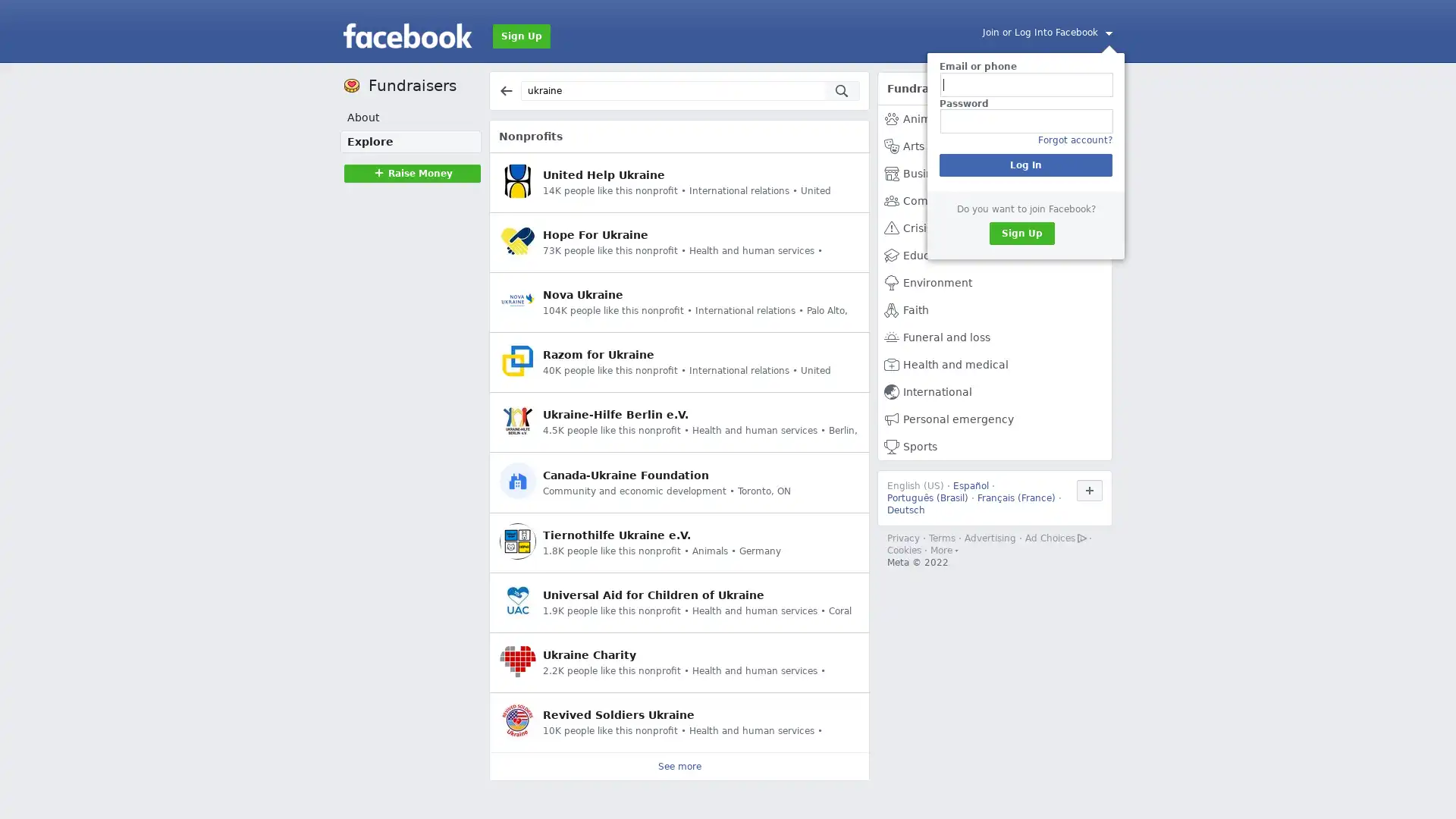  Describe the element at coordinates (971, 485) in the screenshot. I see `Espanol` at that location.